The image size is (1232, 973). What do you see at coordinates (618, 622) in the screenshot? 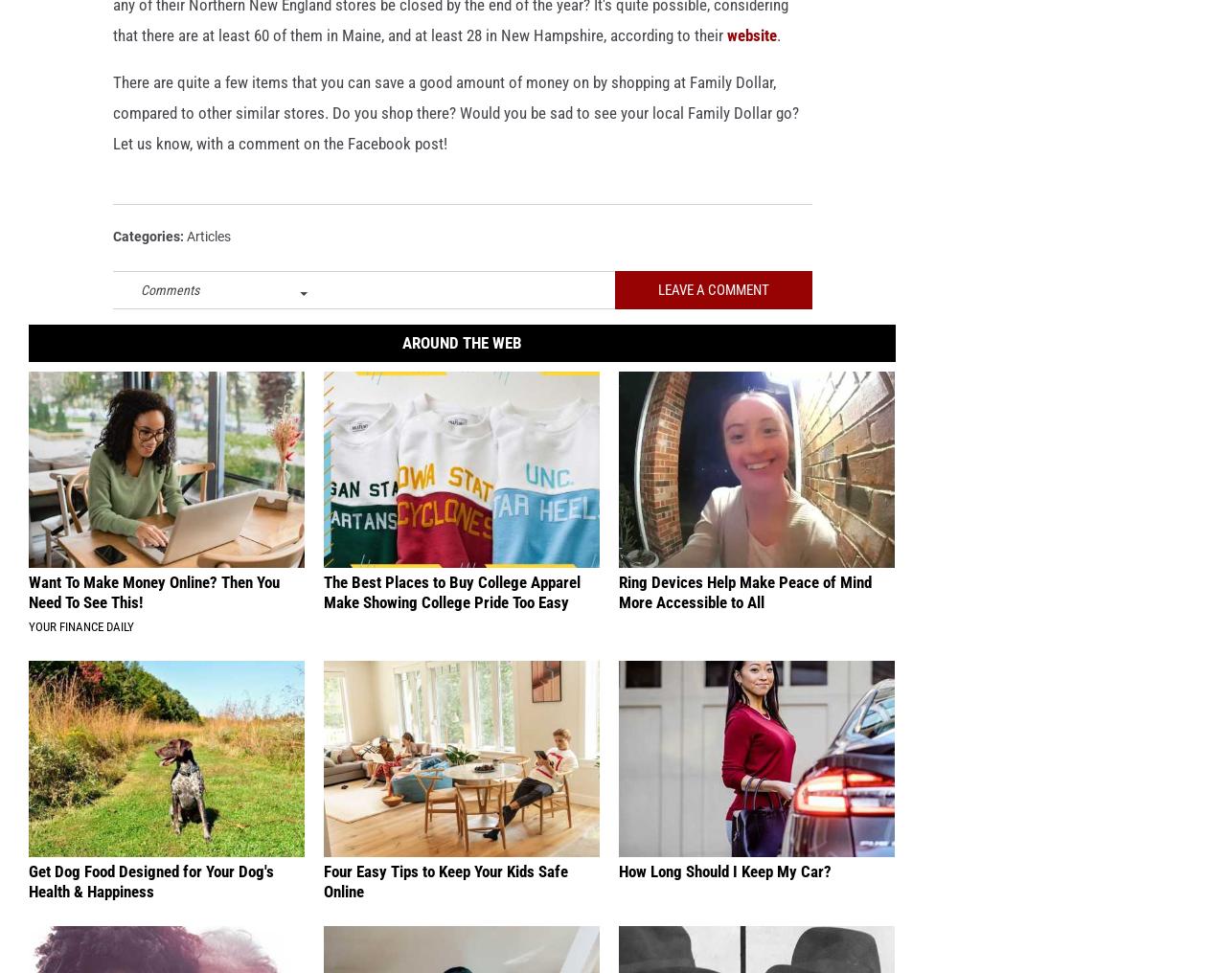
I see `'Ring Devices Help Make Peace of Mind More Accessible to All'` at bounding box center [618, 622].